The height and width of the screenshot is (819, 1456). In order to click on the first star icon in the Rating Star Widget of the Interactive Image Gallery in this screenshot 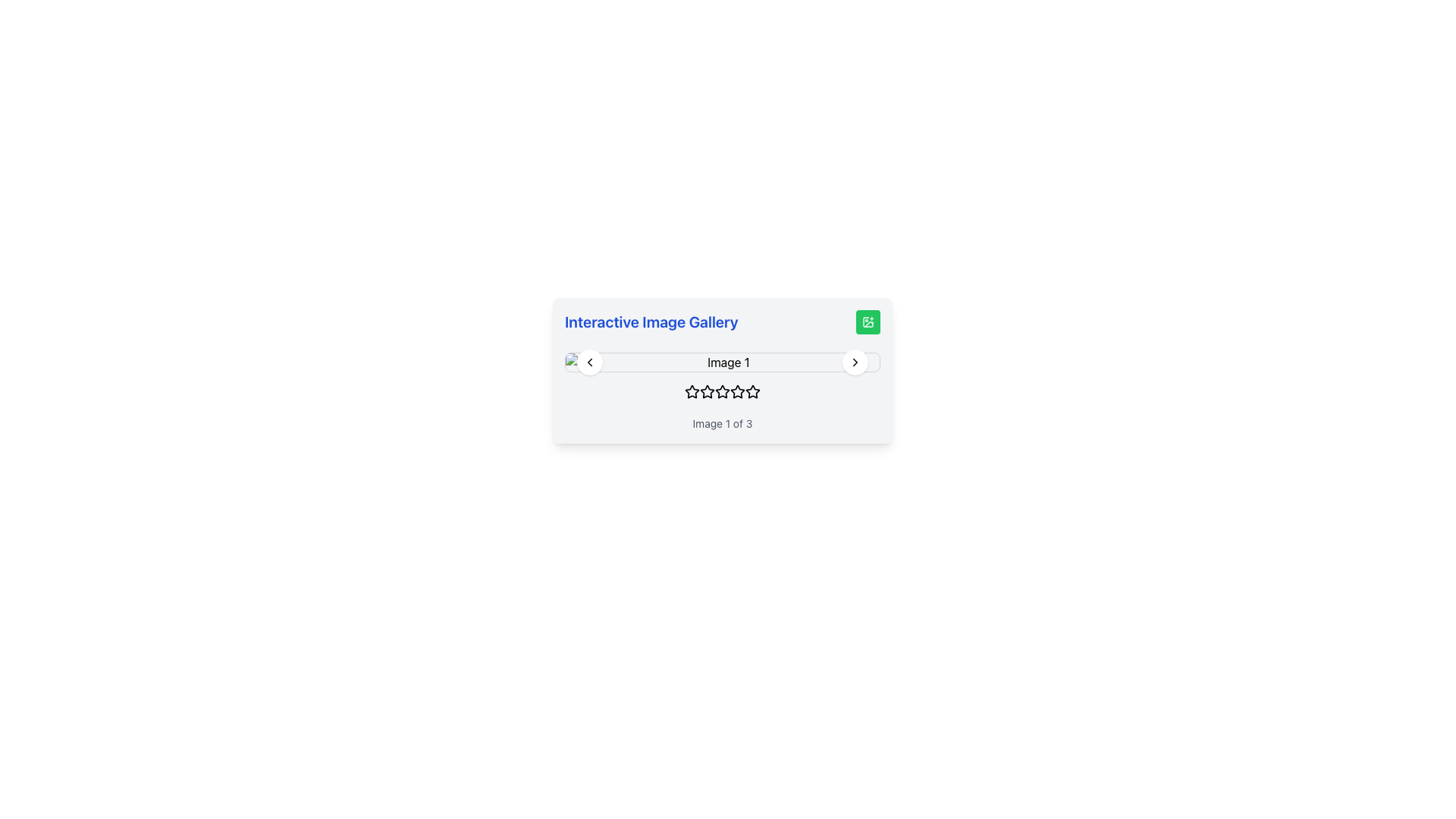, I will do `click(691, 391)`.